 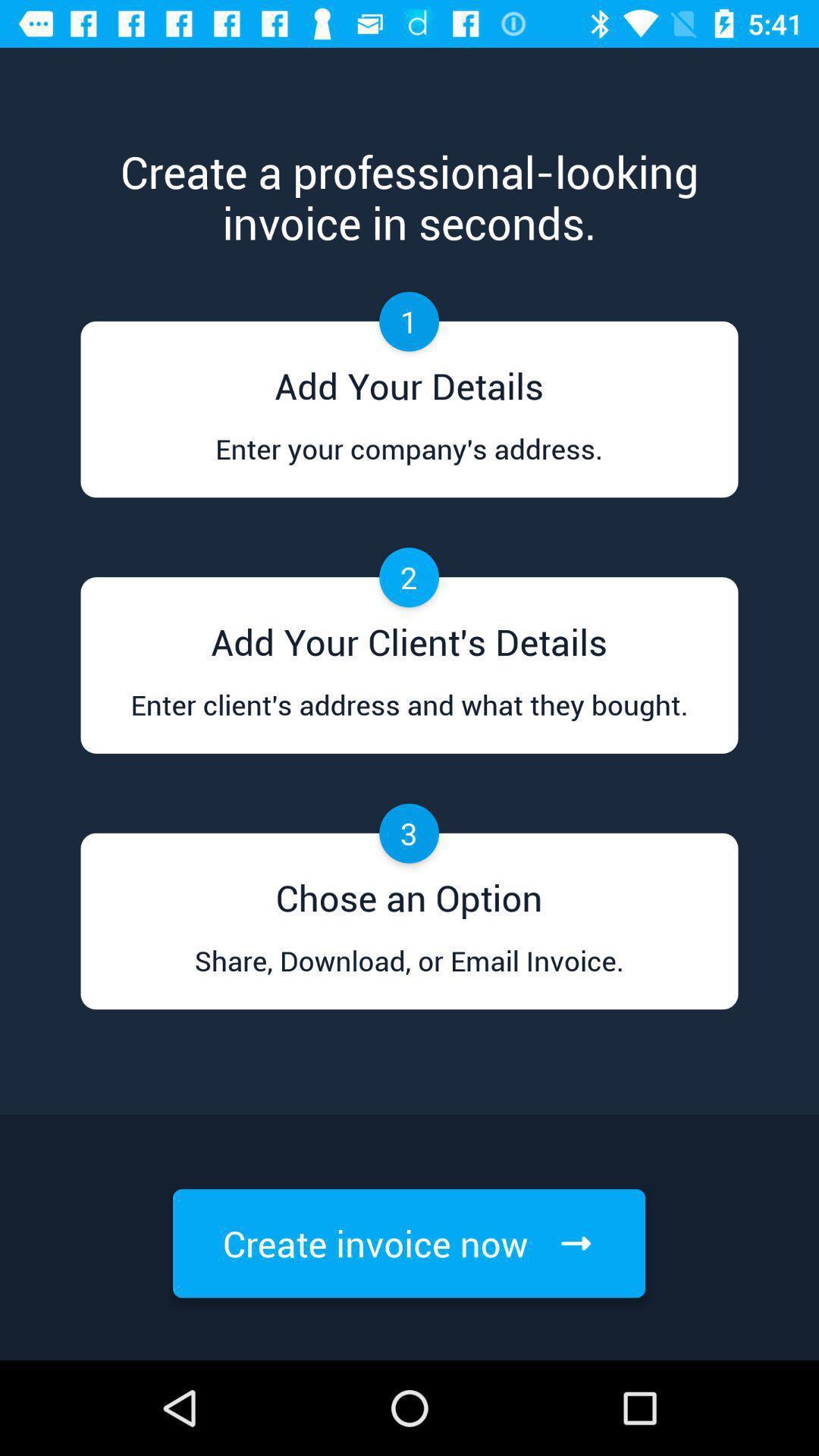 I want to click on chose an option, so click(x=409, y=892).